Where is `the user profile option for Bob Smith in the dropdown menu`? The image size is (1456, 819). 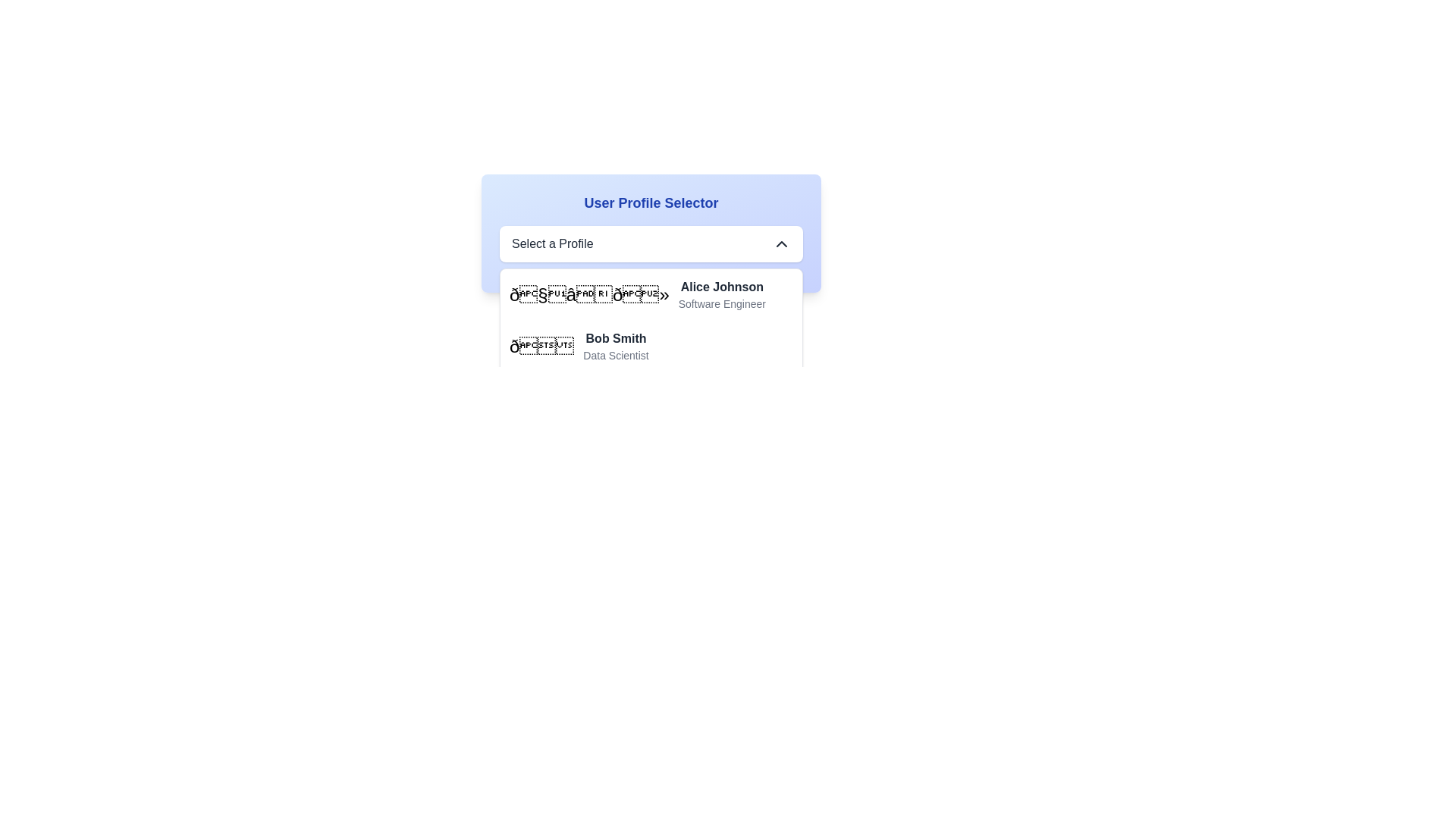
the user profile option for Bob Smith in the dropdown menu is located at coordinates (616, 346).